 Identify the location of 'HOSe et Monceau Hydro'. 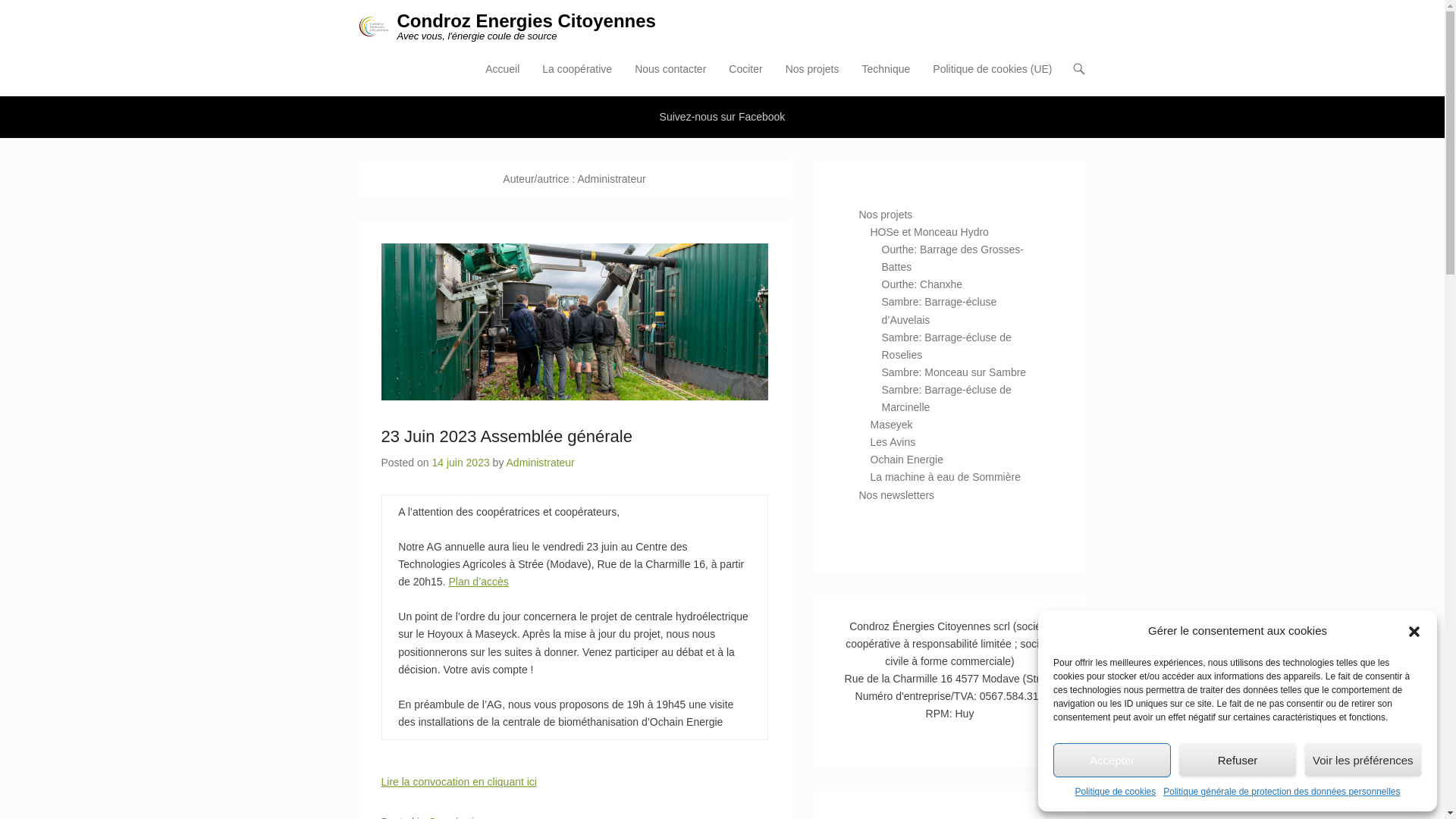
(928, 231).